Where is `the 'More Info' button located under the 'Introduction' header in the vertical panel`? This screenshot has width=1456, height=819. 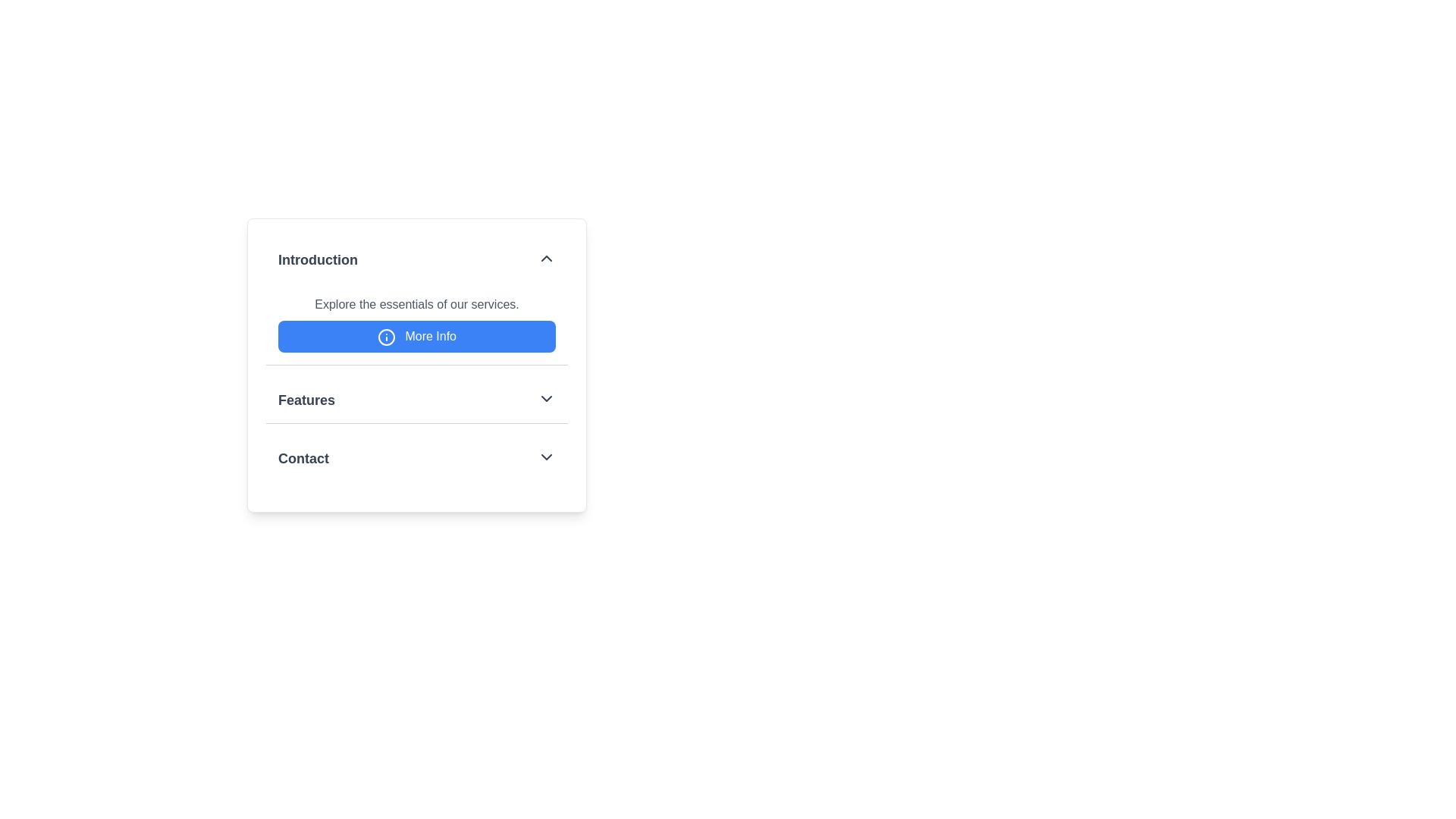
the 'More Info' button located under the 'Introduction' header in the vertical panel is located at coordinates (417, 323).